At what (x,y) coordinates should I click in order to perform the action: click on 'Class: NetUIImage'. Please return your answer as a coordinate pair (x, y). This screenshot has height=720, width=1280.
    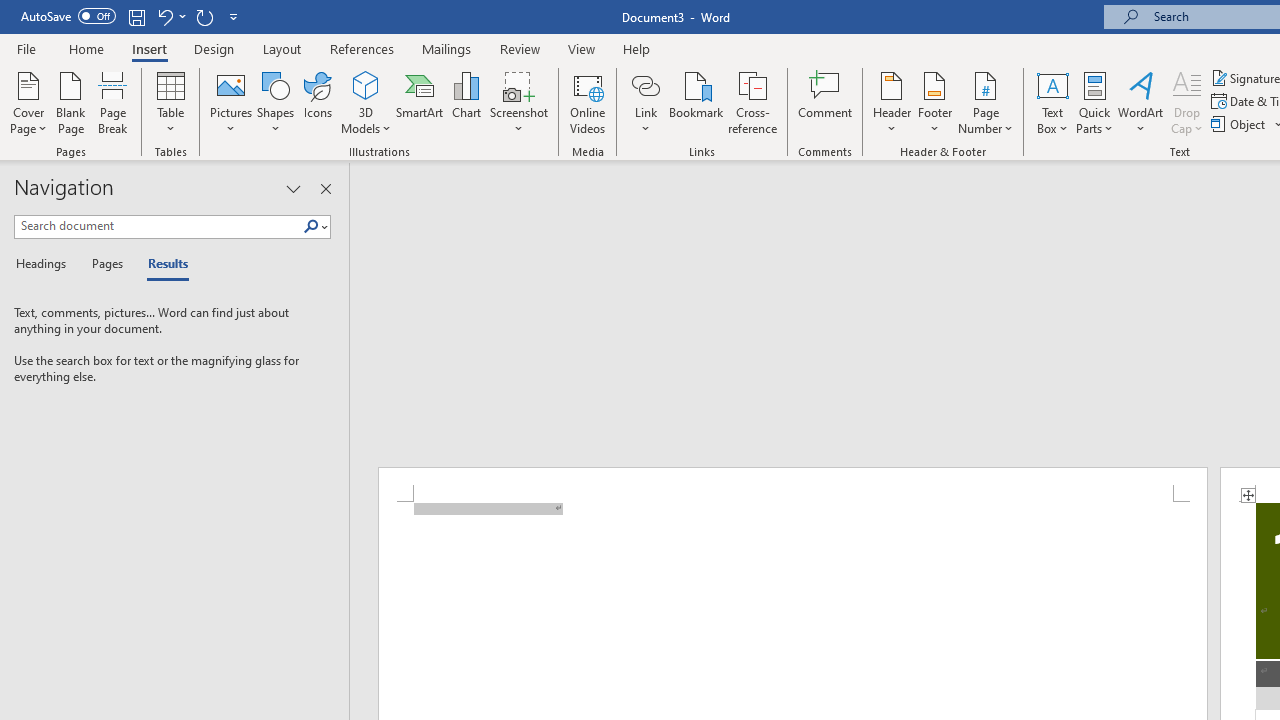
    Looking at the image, I should click on (310, 225).